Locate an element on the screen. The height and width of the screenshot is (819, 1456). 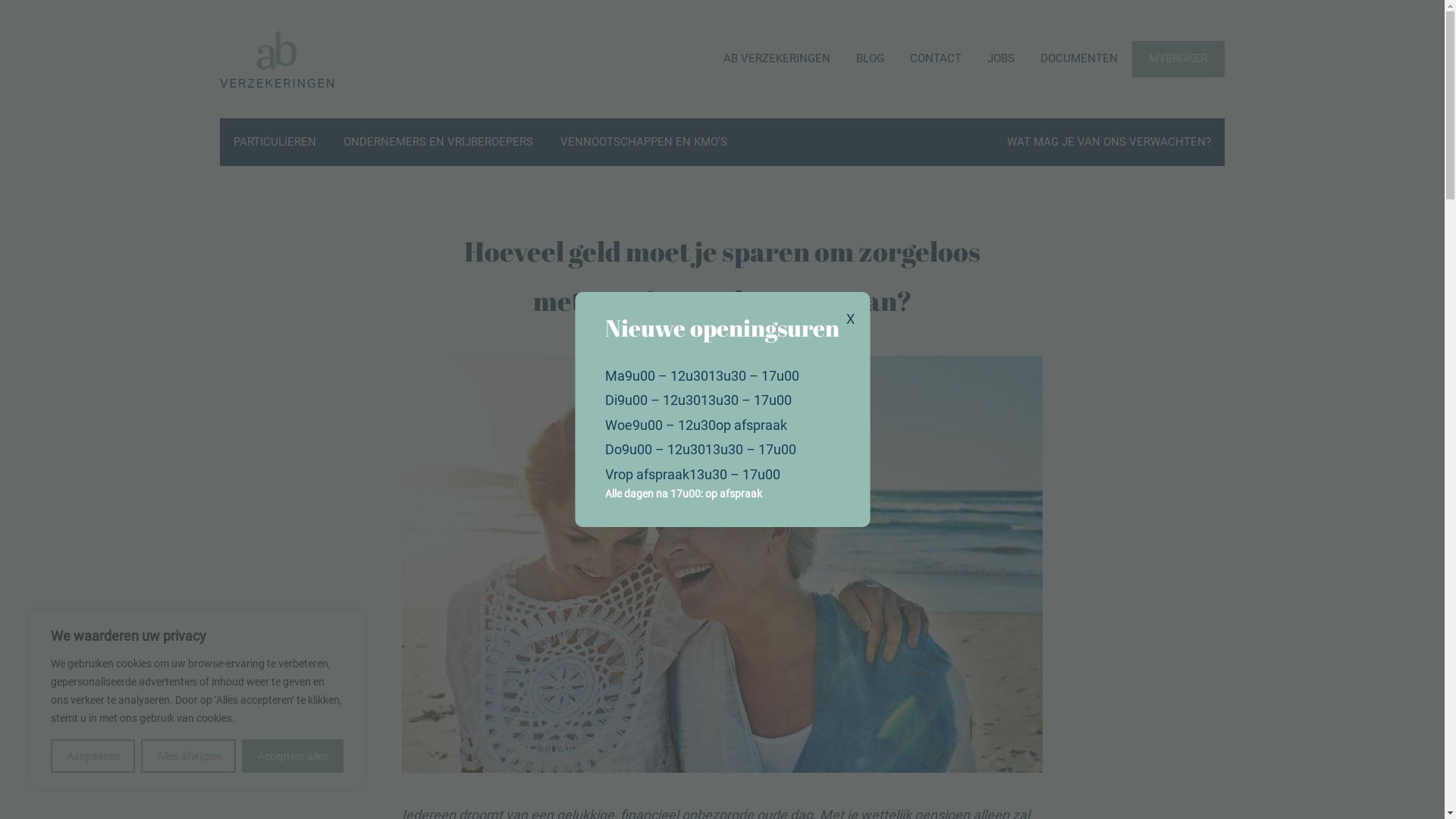
'AB VERZEKERINGEN' is located at coordinates (777, 58).